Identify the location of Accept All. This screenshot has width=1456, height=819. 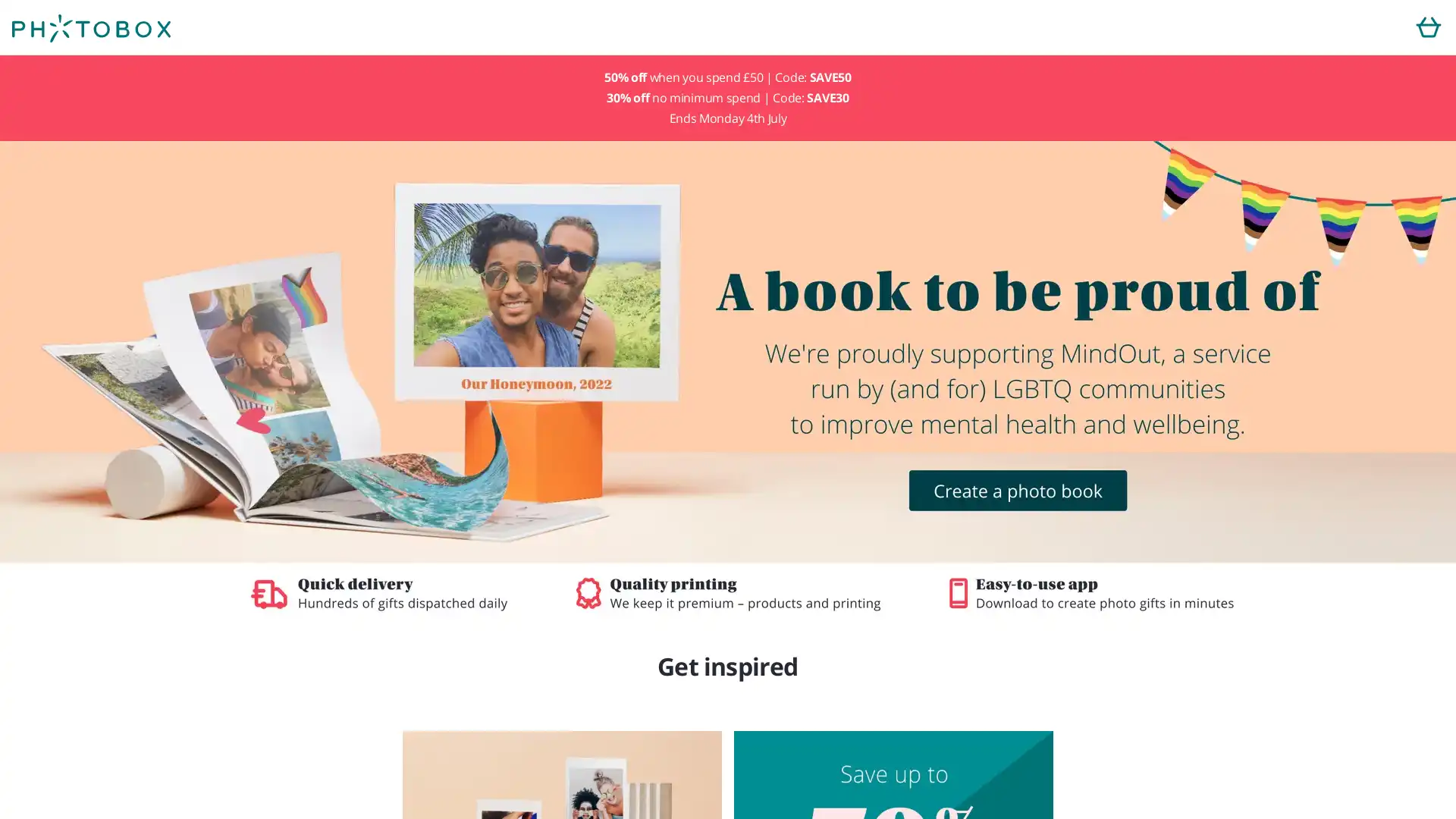
(839, 491).